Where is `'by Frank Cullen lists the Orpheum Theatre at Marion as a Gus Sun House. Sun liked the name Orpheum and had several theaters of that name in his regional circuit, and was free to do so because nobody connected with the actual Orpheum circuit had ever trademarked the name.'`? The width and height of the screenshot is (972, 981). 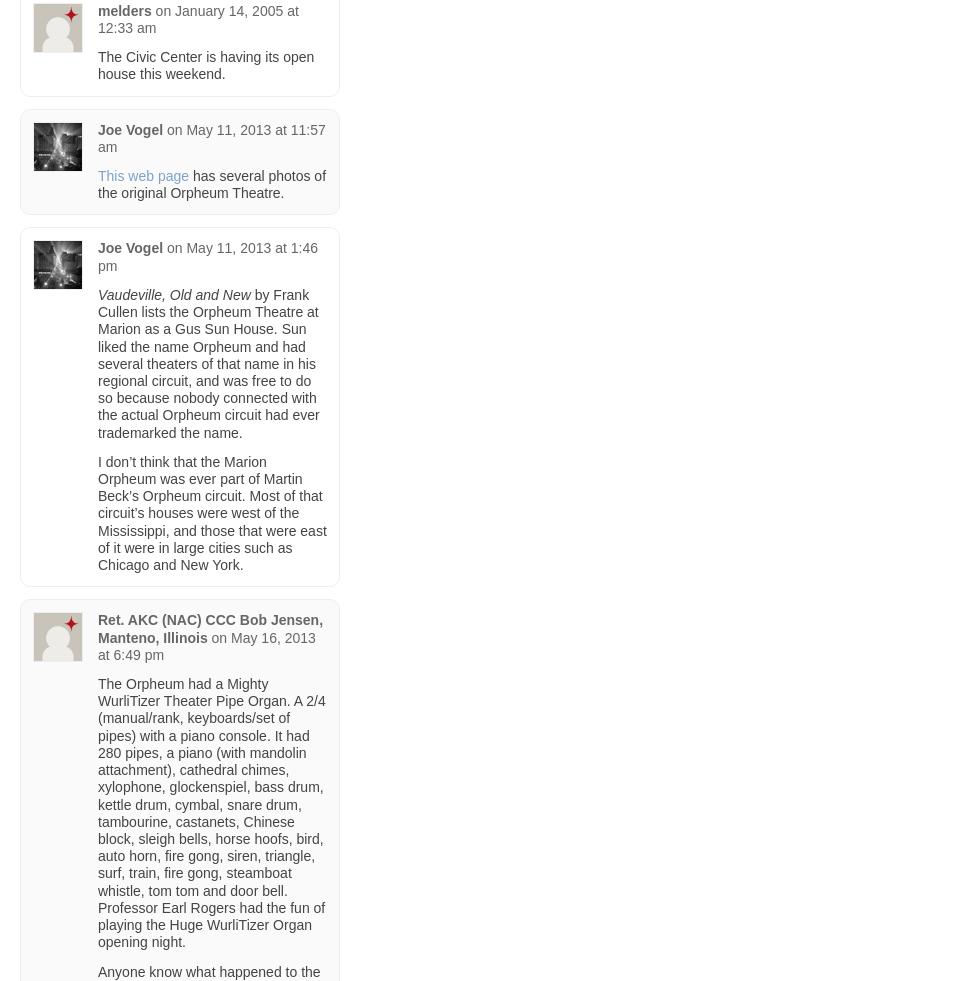 'by Frank Cullen lists the Orpheum Theatre at Marion as a Gus Sun House. Sun liked the name Orpheum and had several theaters of that name in his regional circuit, and was free to do so because nobody connected with the actual Orpheum circuit had ever trademarked the name.' is located at coordinates (96, 361).